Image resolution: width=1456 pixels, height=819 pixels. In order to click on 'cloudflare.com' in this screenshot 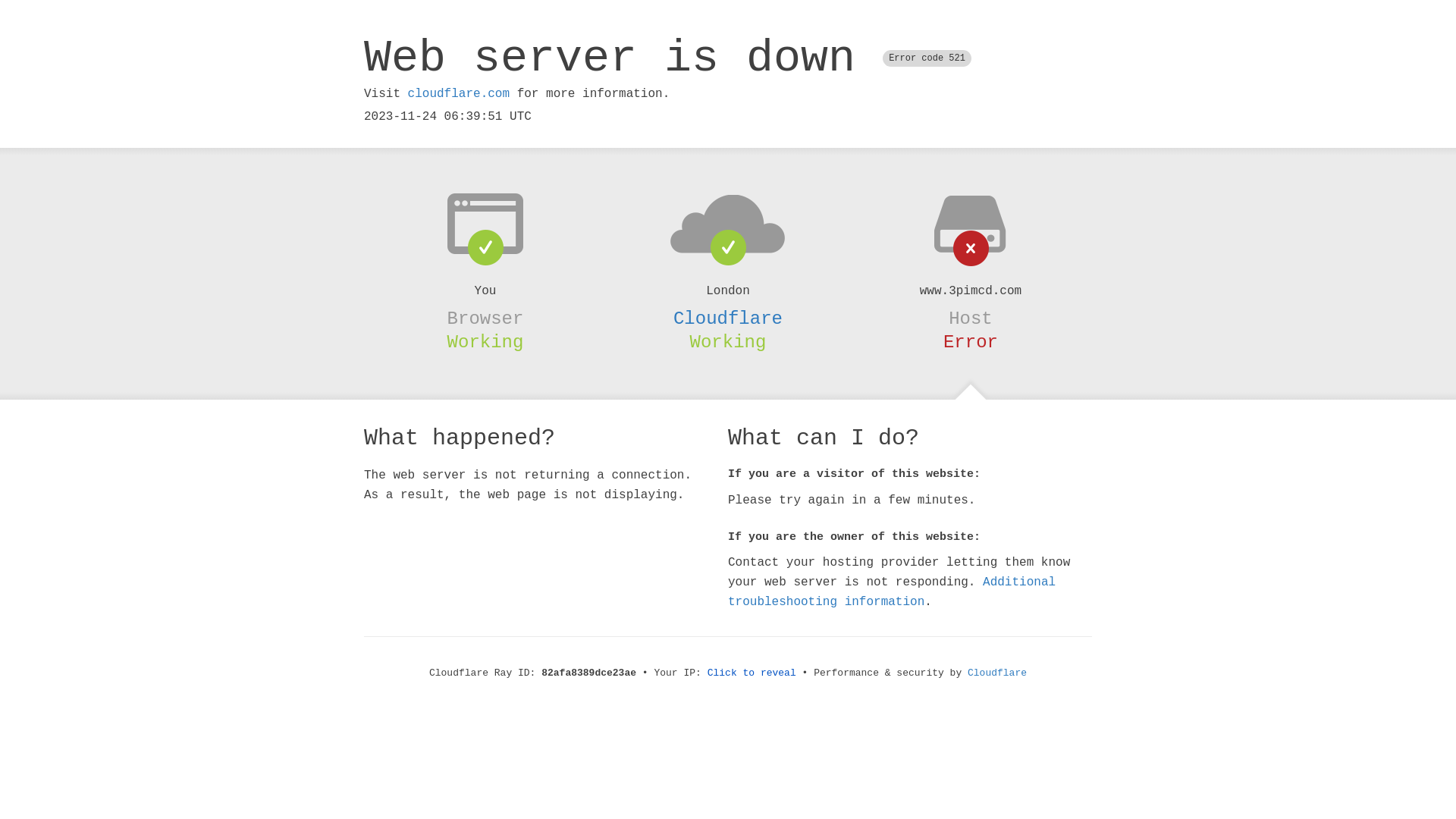, I will do `click(457, 93)`.